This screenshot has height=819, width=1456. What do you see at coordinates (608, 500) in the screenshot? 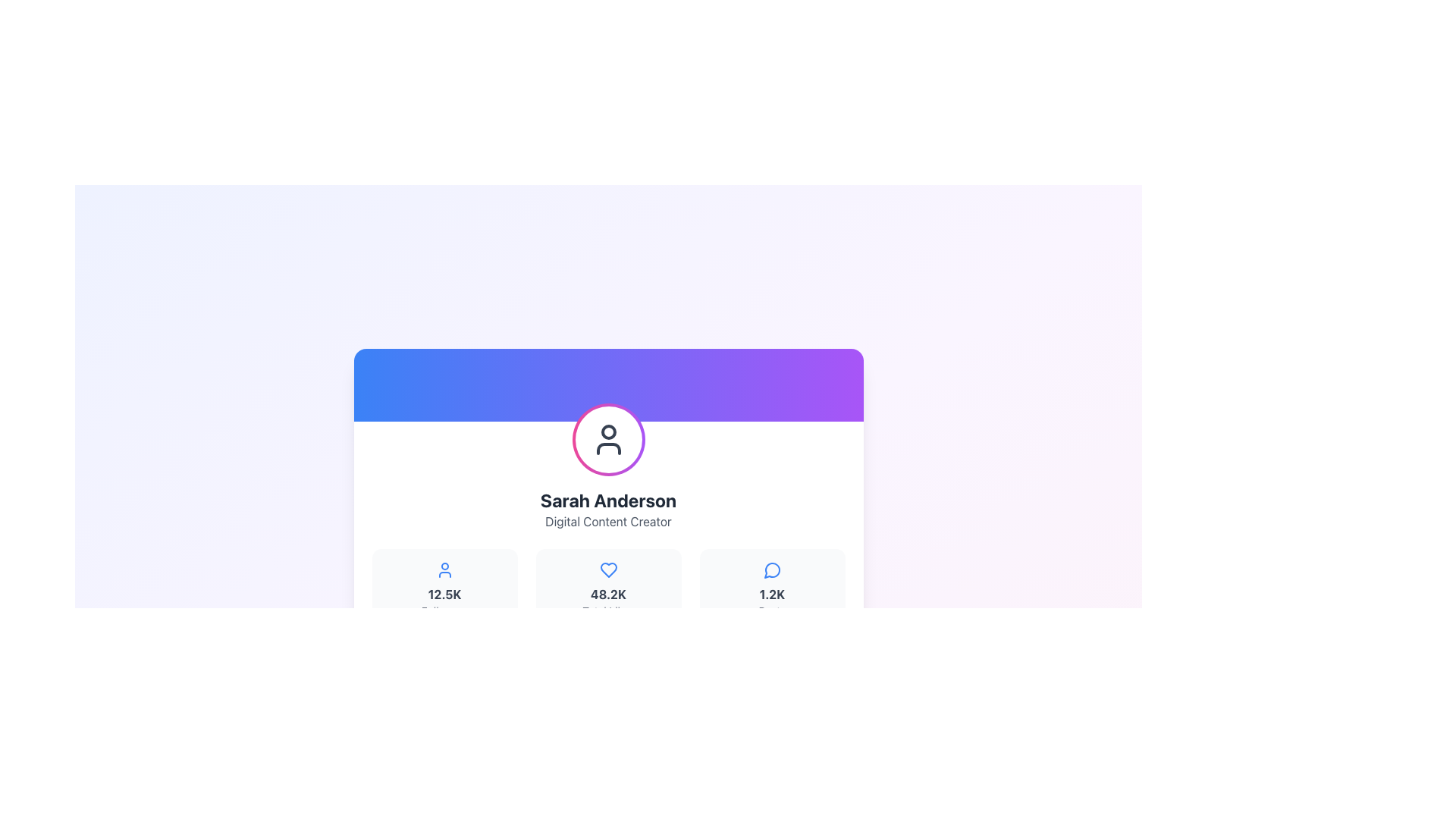
I see `the profile name text label located under the circular icon in the profile card` at bounding box center [608, 500].